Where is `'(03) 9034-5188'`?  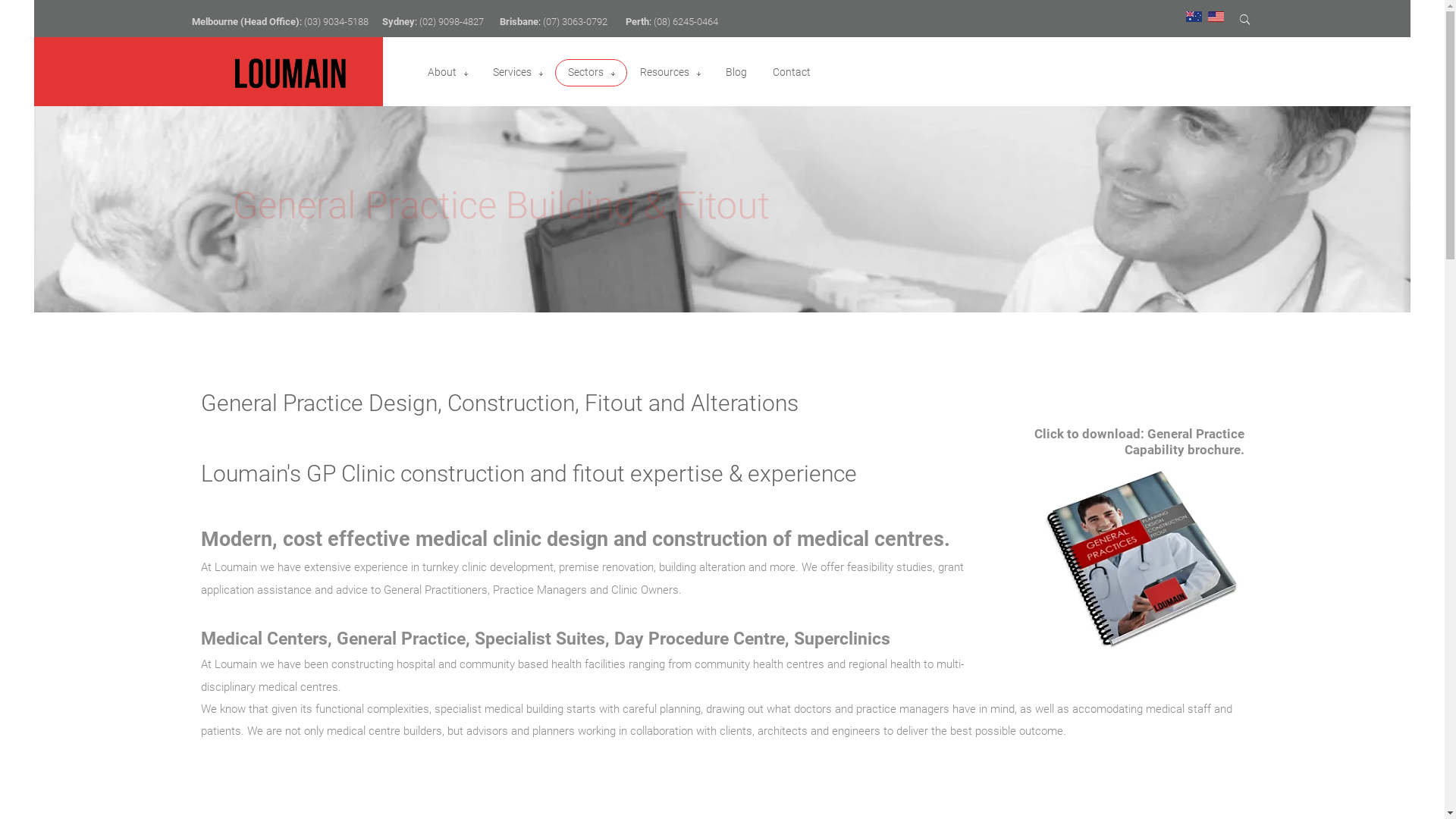
'(03) 9034-5188' is located at coordinates (334, 21).